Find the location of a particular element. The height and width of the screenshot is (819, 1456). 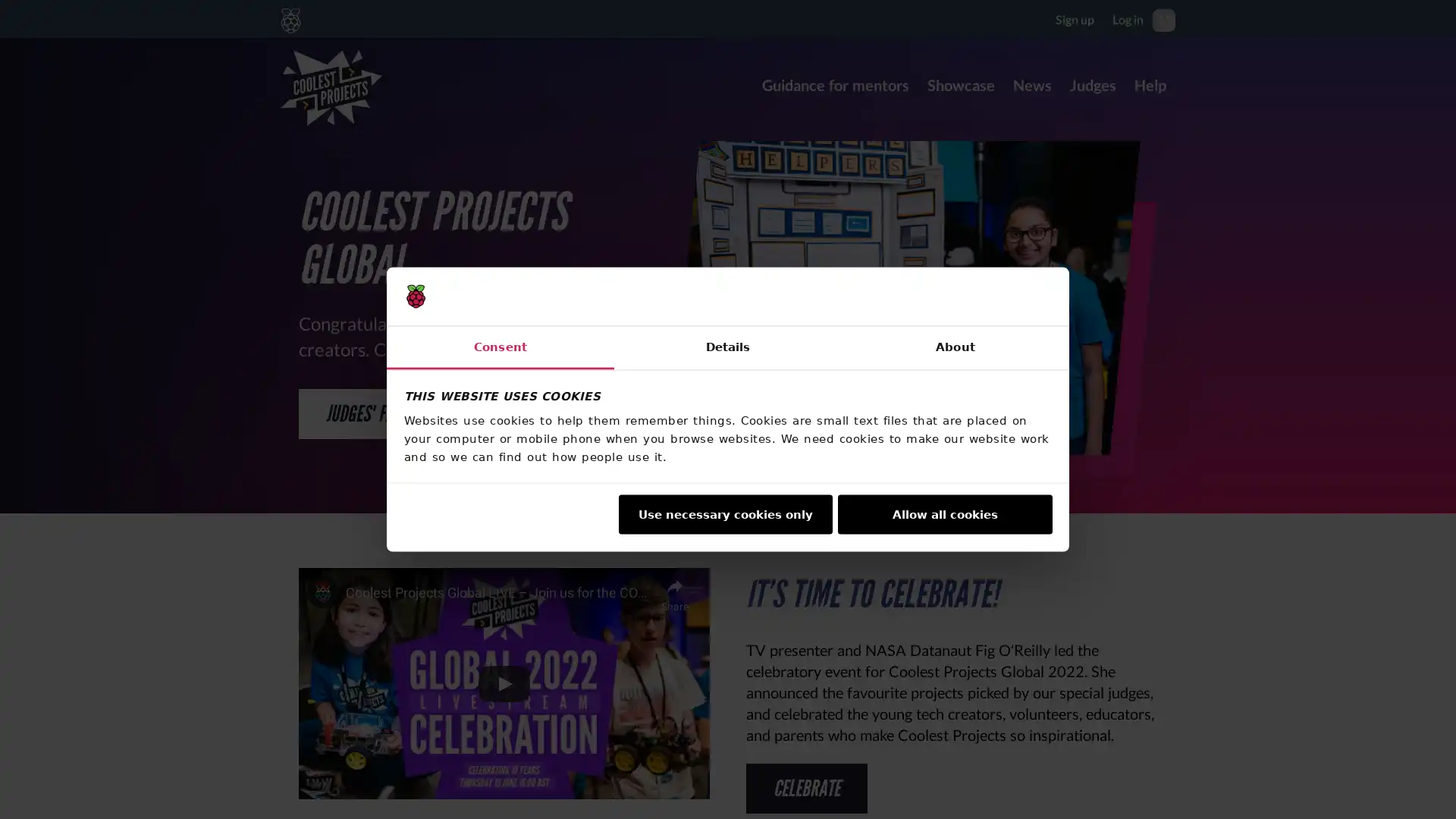

Allow all cookies is located at coordinates (944, 513).